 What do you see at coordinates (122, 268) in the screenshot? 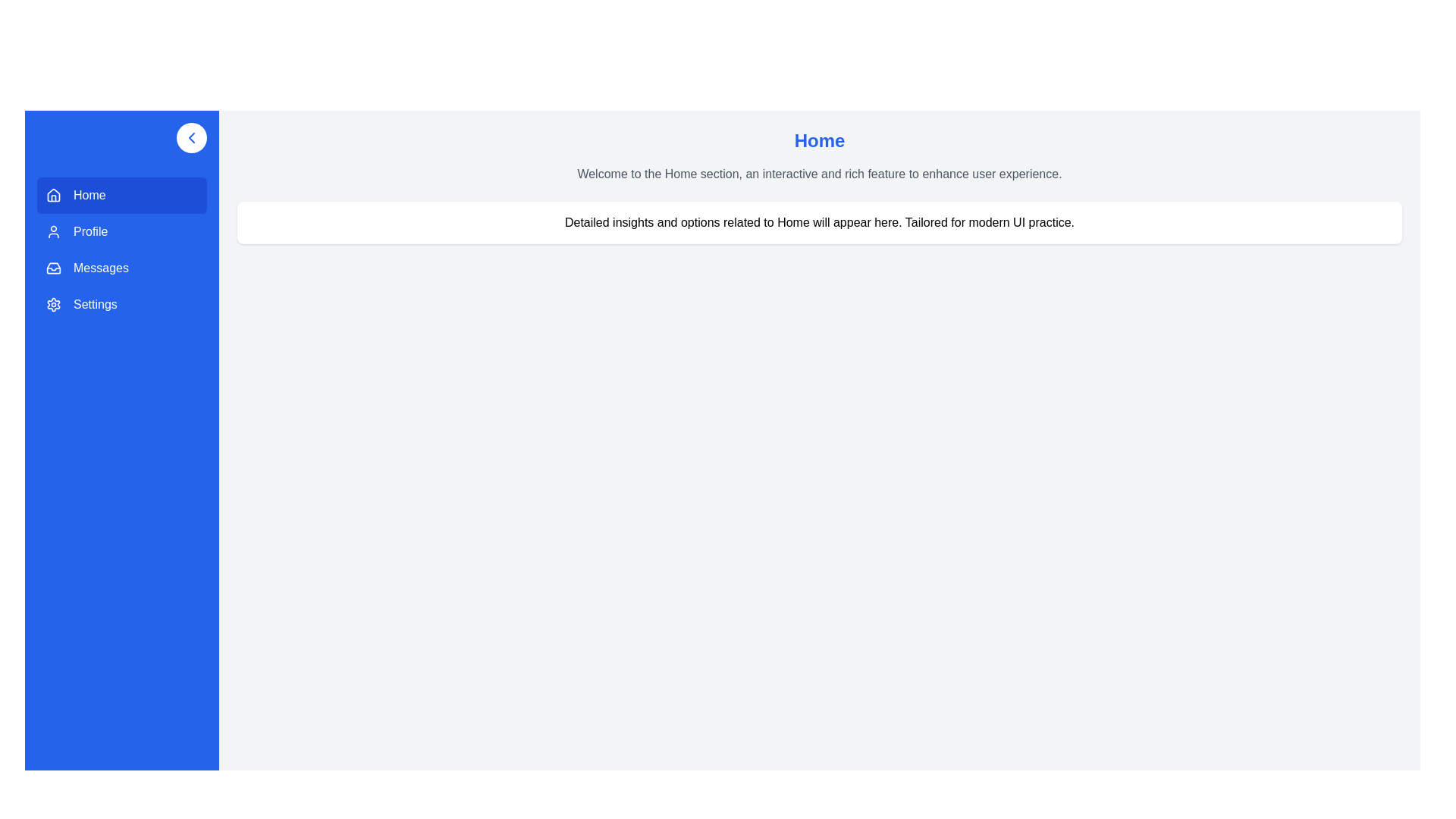
I see `the menu item Messages to navigate to its section` at bounding box center [122, 268].